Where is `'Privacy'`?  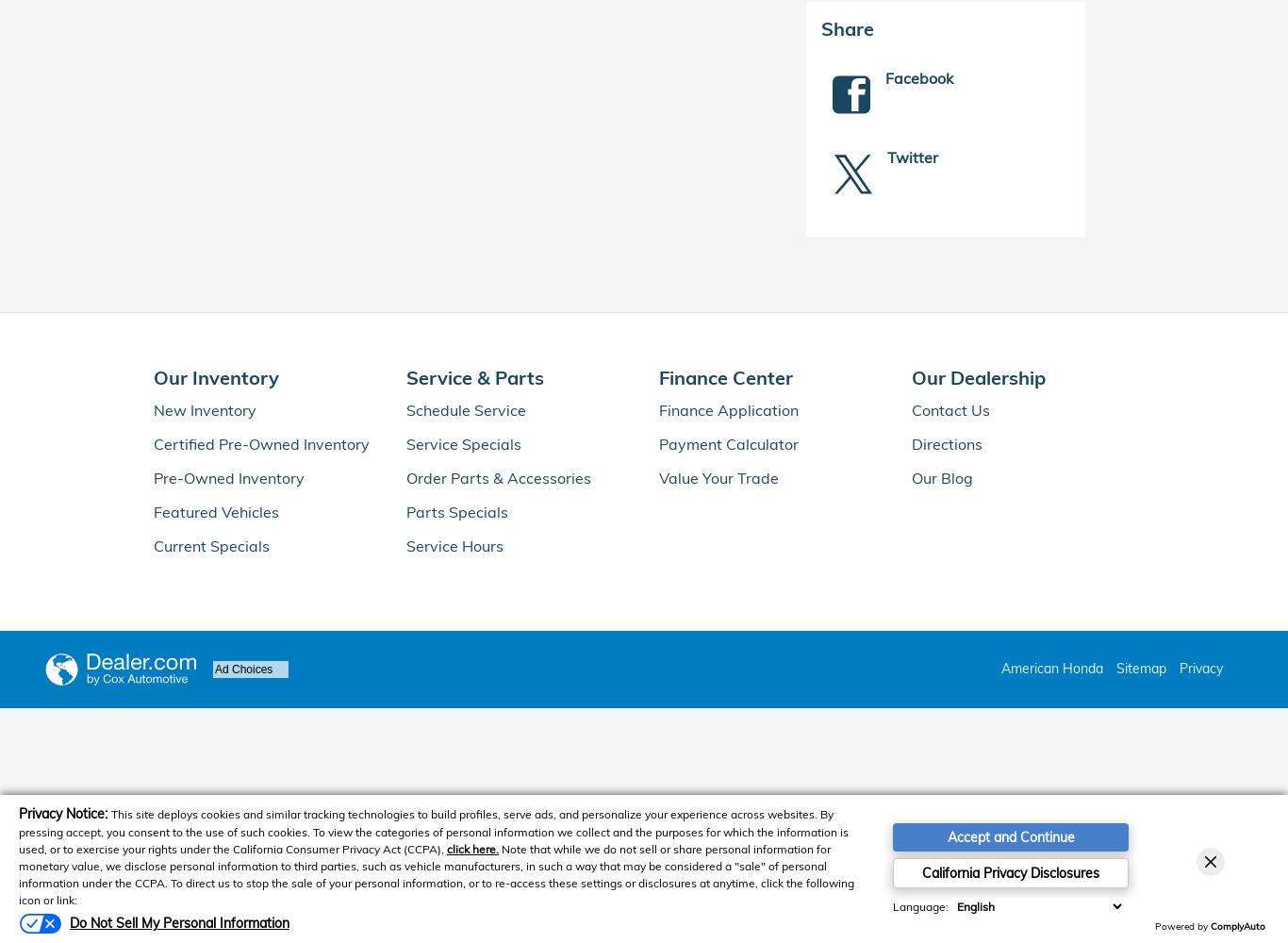
'Privacy' is located at coordinates (1179, 668).